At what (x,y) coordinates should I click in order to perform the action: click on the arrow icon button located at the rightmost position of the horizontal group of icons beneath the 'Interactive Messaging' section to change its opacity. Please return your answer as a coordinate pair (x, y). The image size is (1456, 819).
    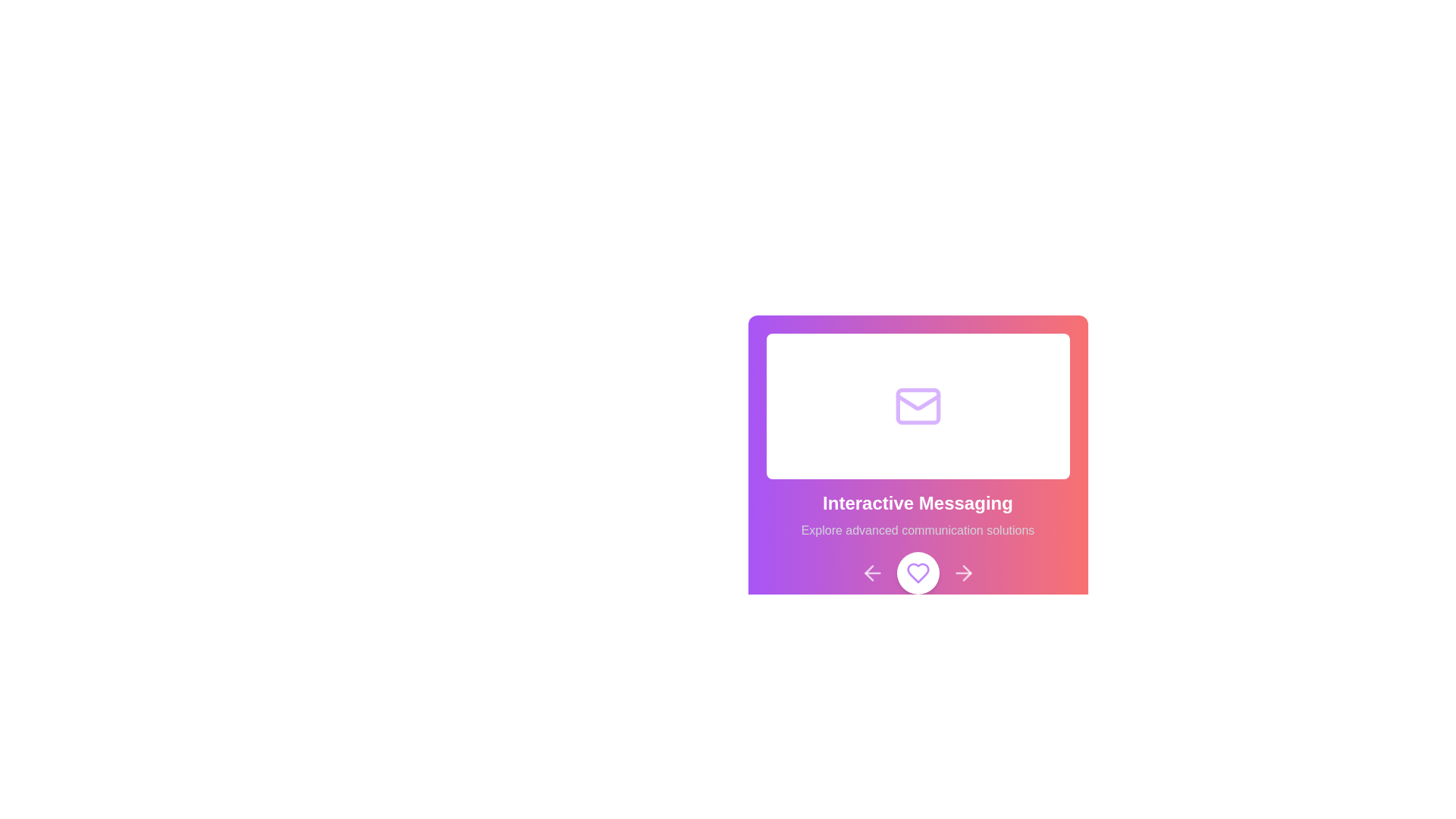
    Looking at the image, I should click on (962, 573).